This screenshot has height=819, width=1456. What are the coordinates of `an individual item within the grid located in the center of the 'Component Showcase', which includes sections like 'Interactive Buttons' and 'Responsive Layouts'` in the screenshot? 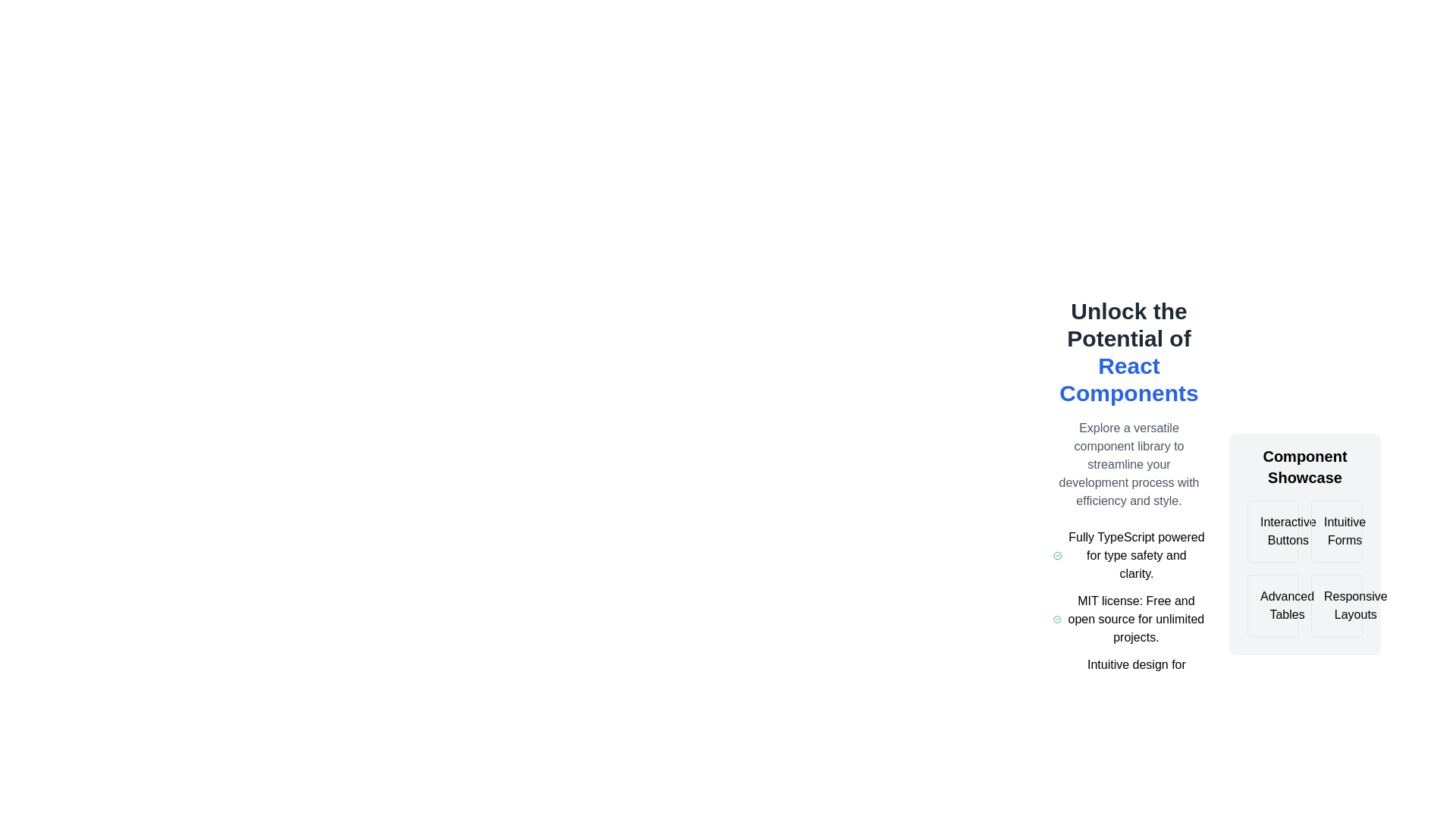 It's located at (1304, 568).